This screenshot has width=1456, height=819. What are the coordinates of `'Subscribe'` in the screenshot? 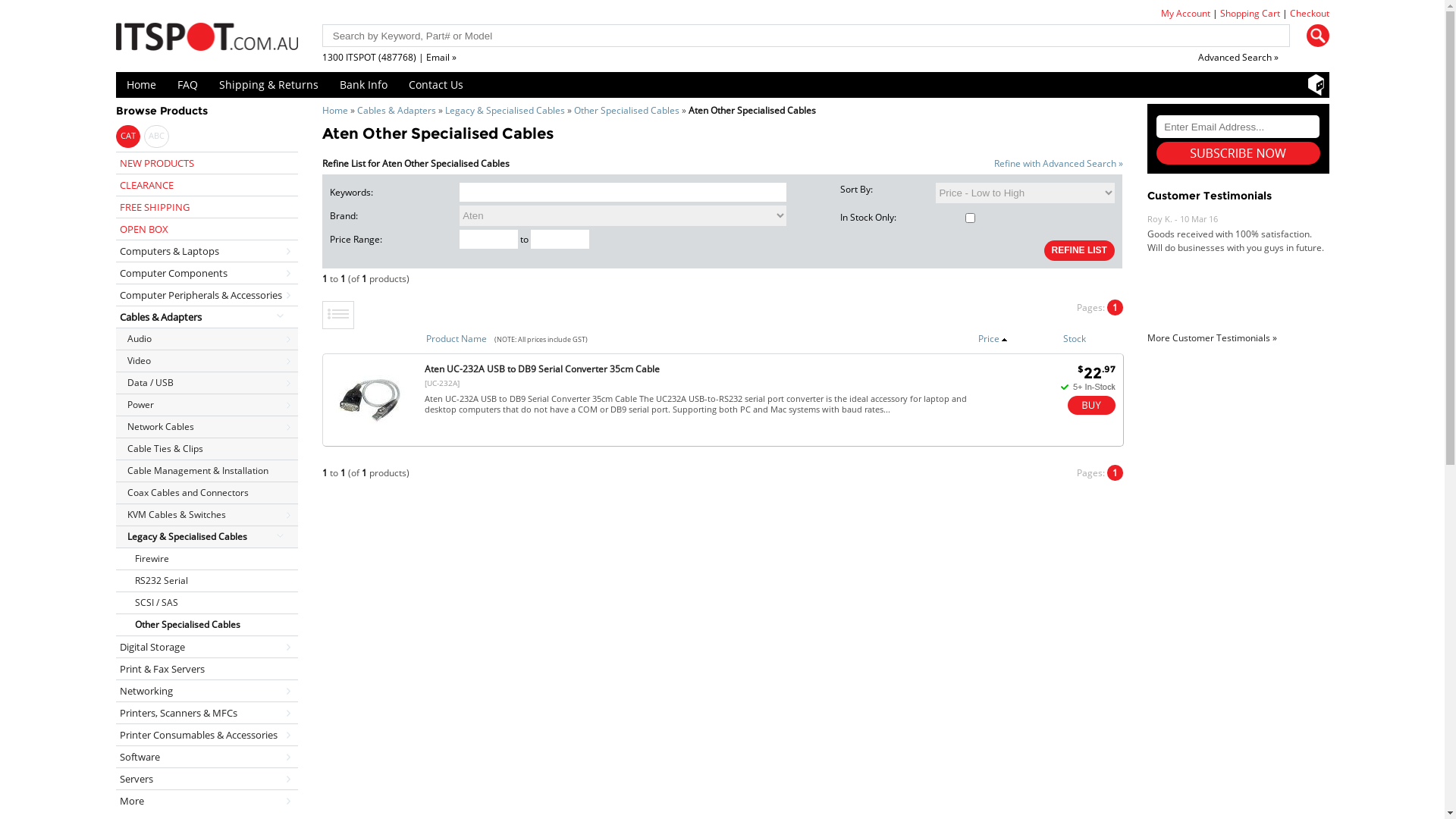 It's located at (1238, 152).